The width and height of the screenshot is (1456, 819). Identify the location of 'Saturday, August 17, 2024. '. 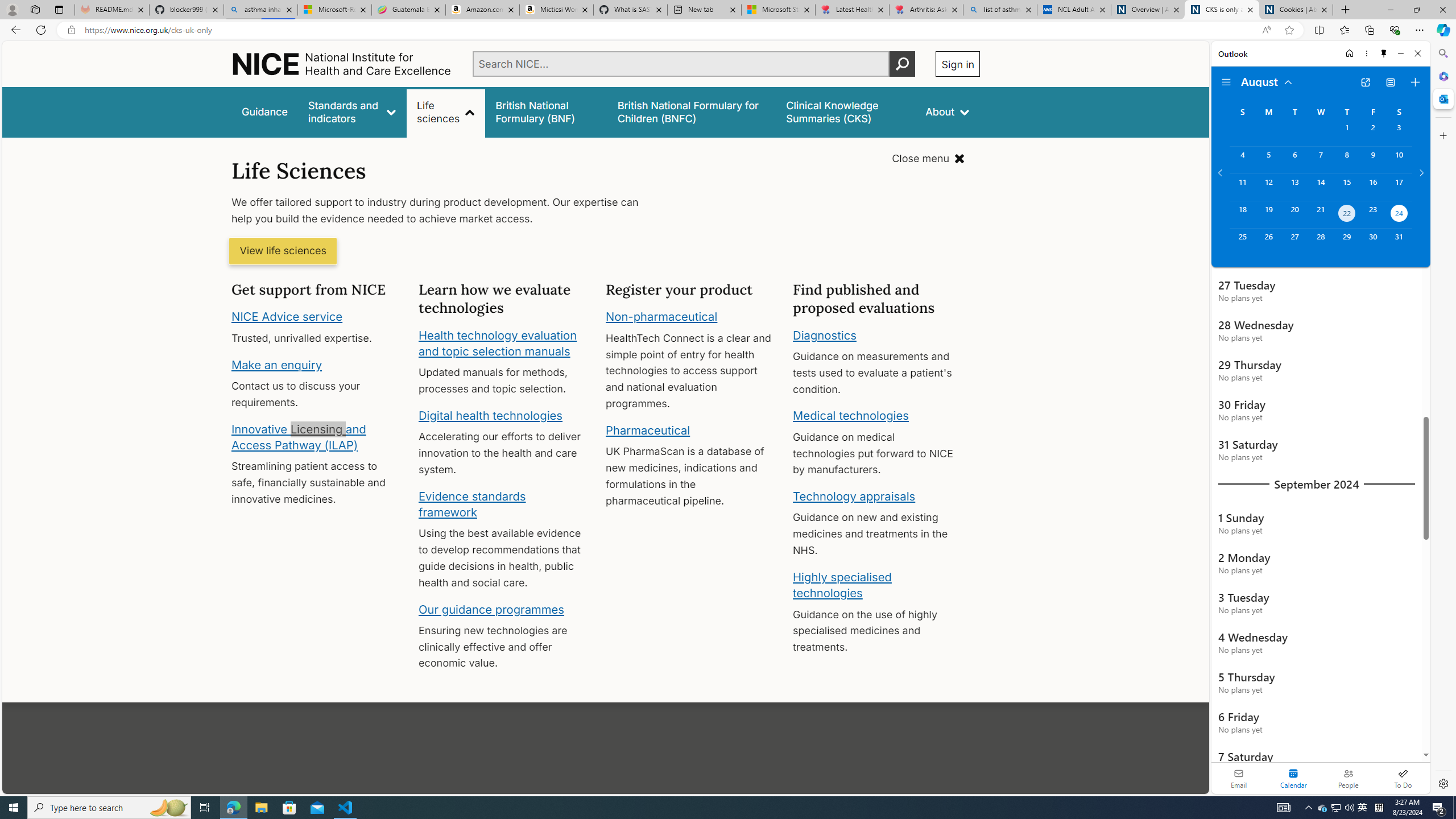
(1399, 187).